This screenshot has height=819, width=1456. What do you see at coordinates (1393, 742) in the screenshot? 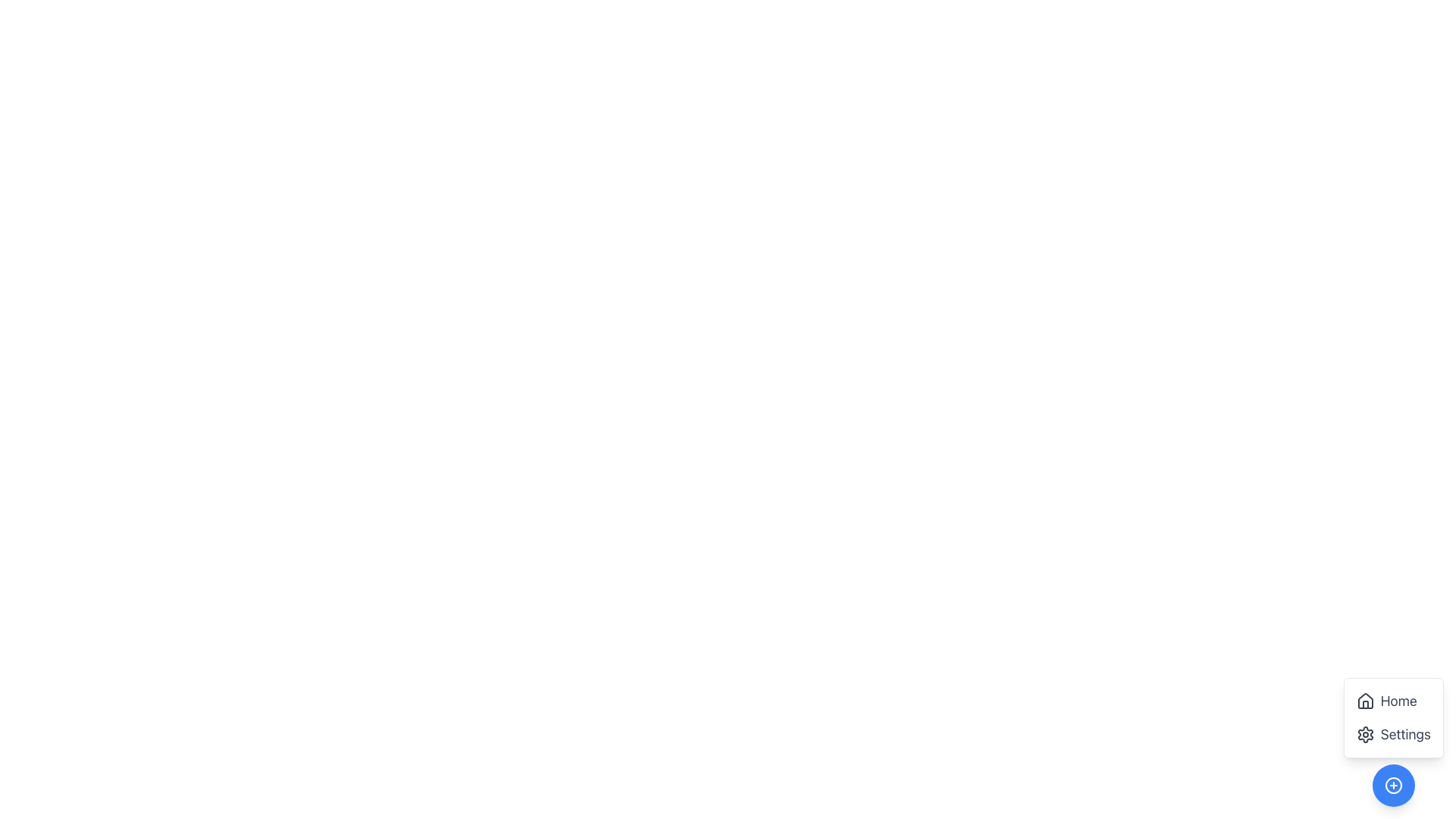
I see `the settings button located in the bottom-right corner of the vertical menu layout` at bounding box center [1393, 742].